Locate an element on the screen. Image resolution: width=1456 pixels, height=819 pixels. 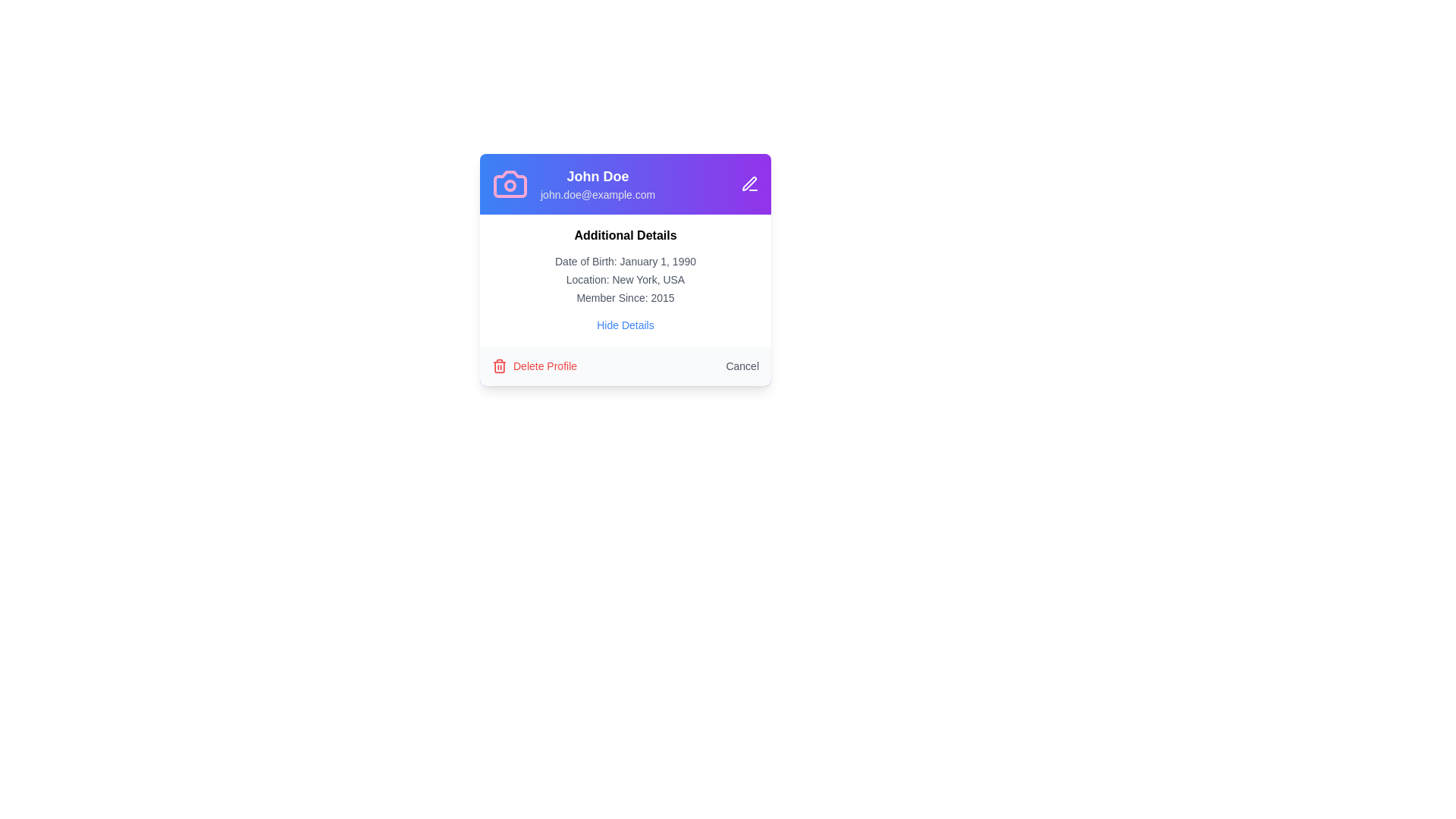
header text located centrally in the user details section, which indicates the content below contains additional user information is located at coordinates (626, 236).